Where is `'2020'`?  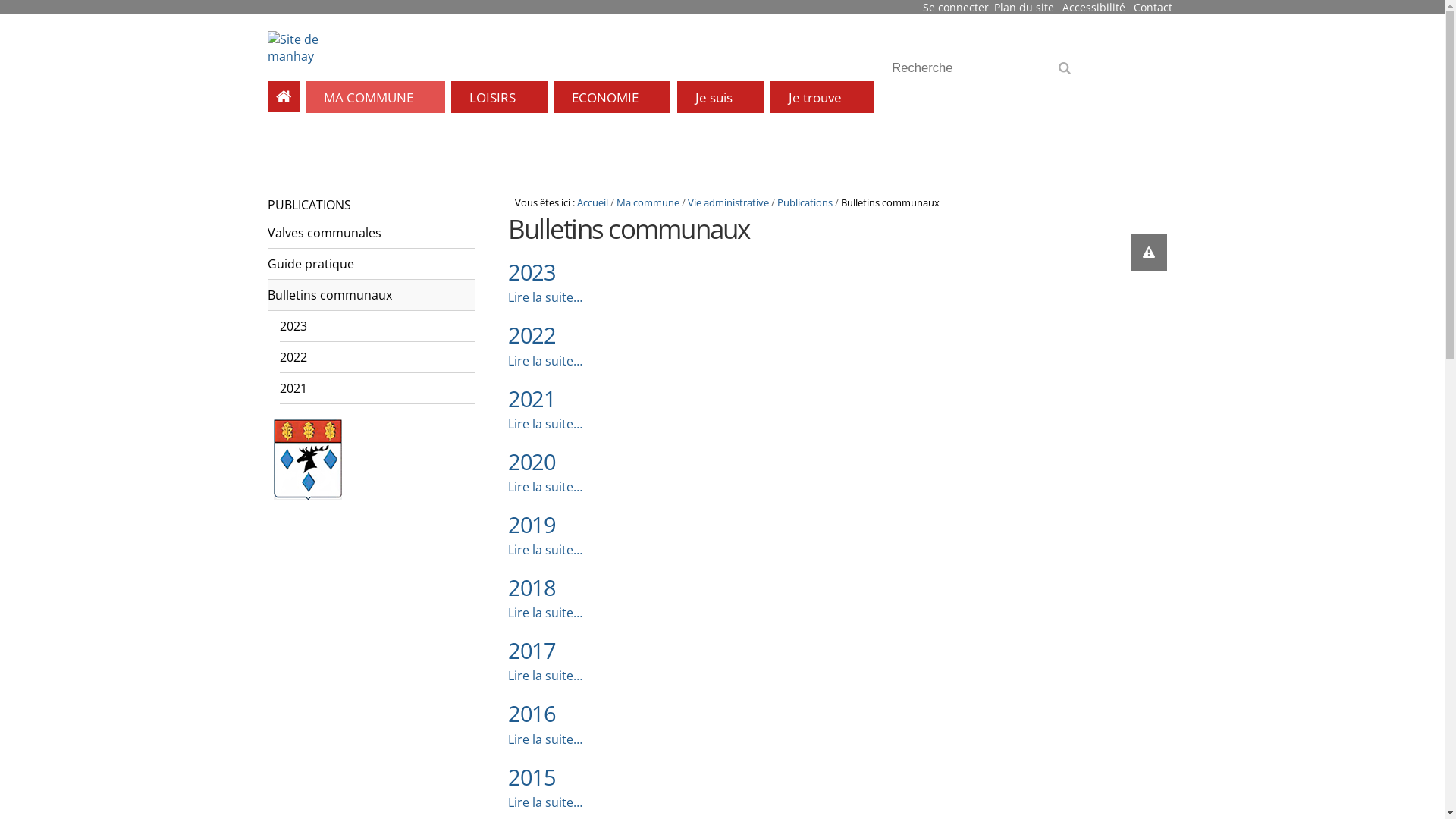 '2020' is located at coordinates (531, 460).